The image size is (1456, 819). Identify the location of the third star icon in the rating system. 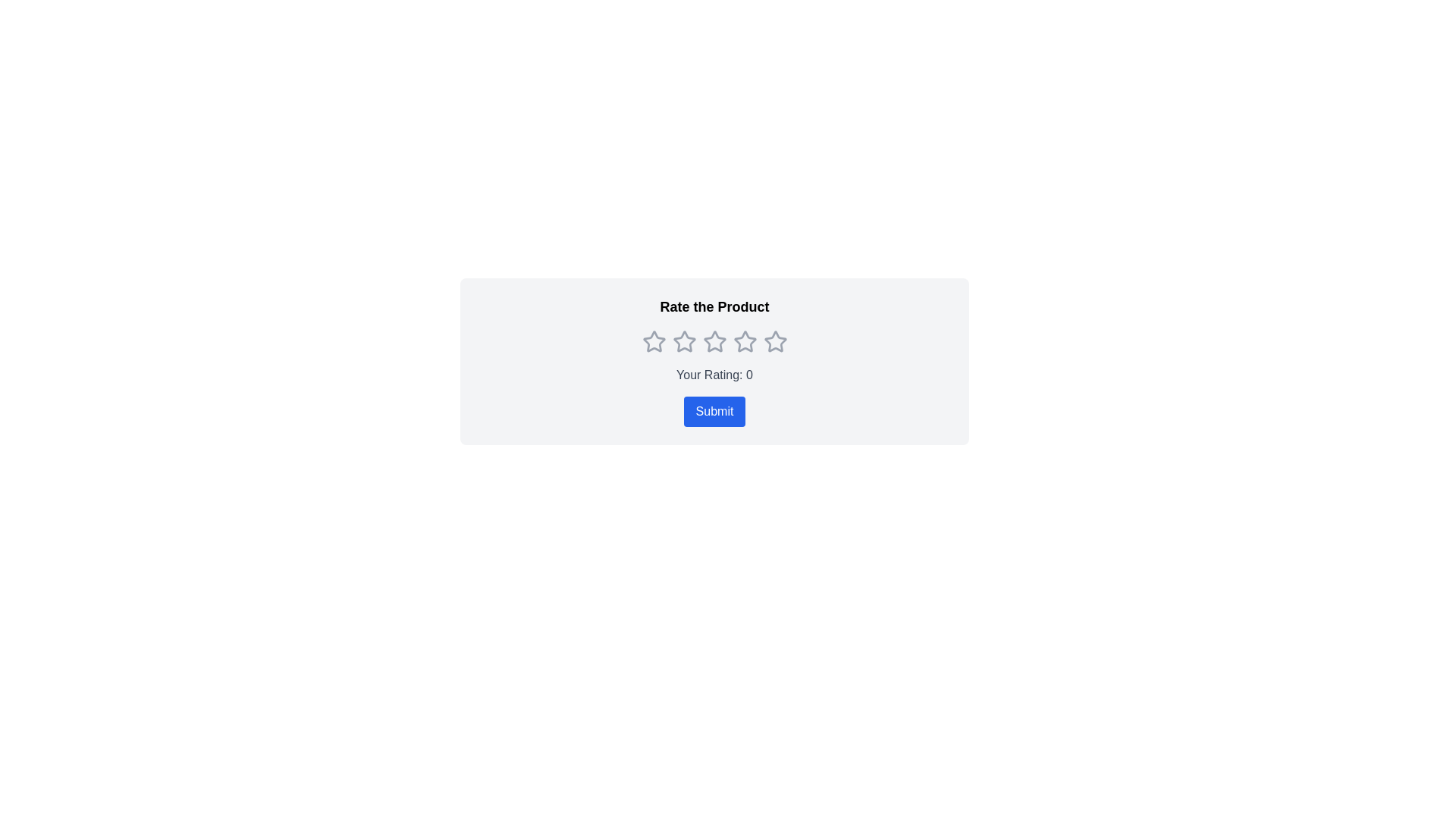
(714, 342).